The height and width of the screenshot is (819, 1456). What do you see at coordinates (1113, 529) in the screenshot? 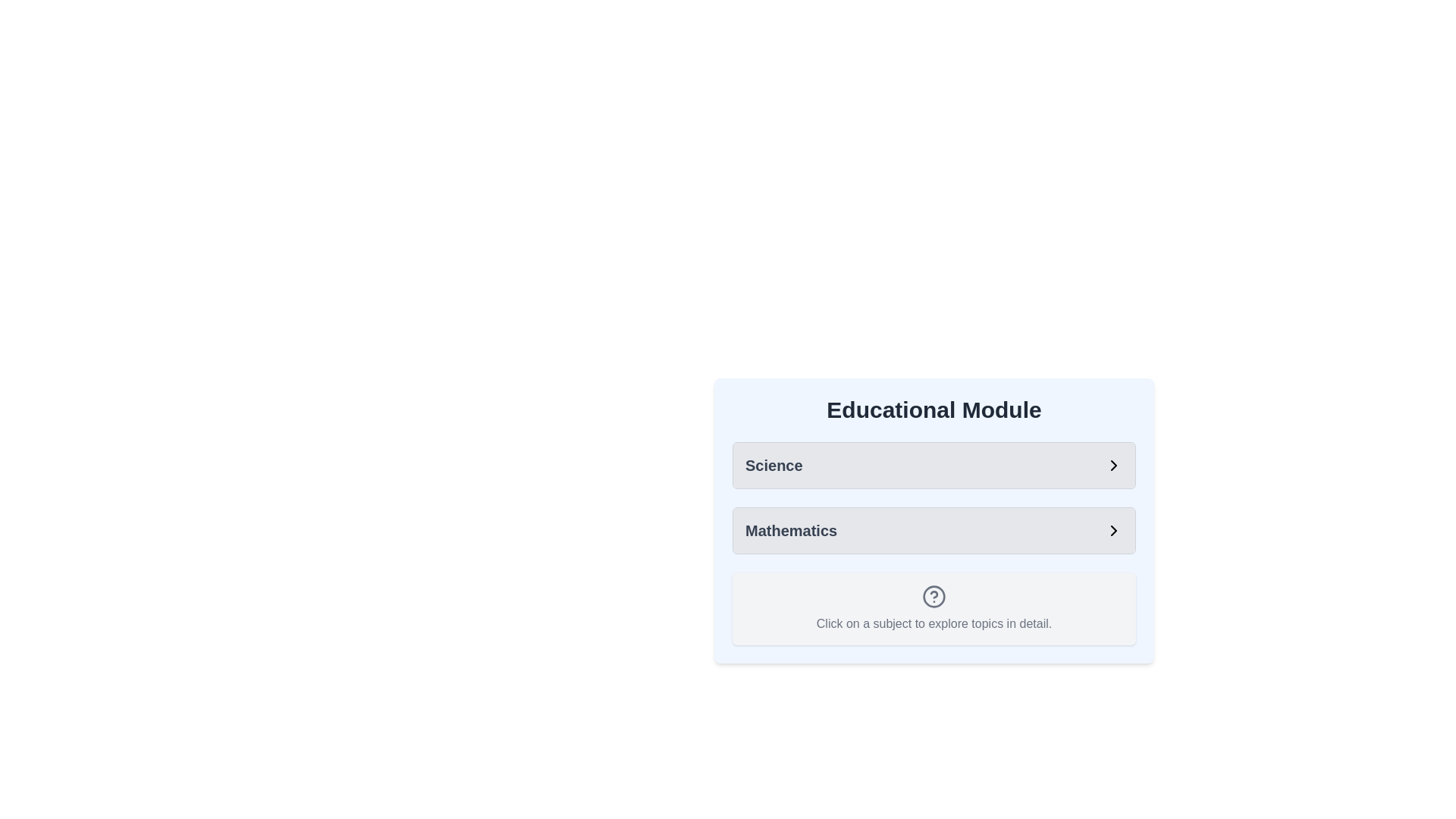
I see `the Chevron Arrow icon located on the far right side of the 'Mathematics' section, which serves as a trigger for navigation or expansion` at bounding box center [1113, 529].